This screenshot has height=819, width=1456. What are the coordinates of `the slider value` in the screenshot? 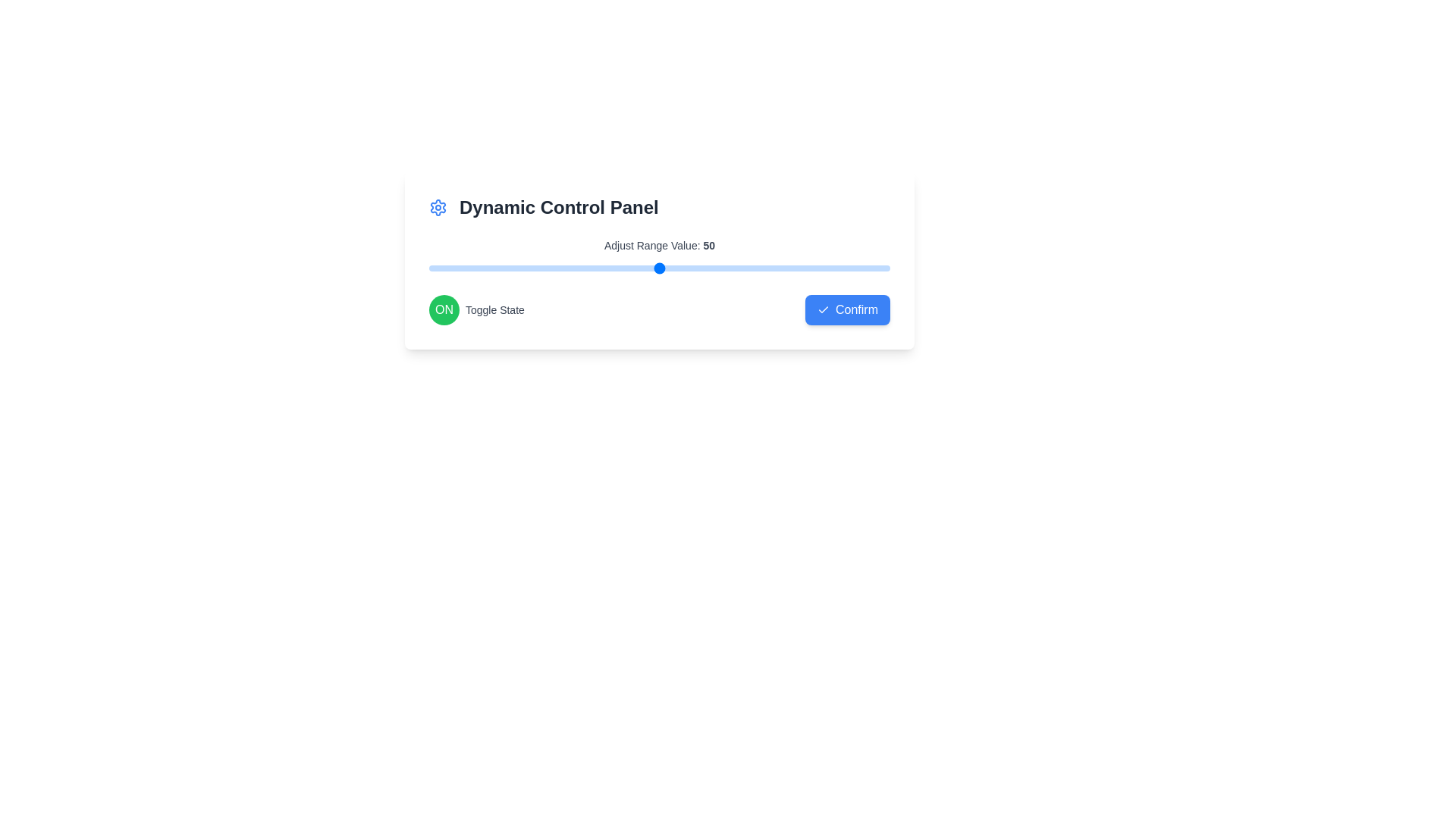 It's located at (530, 268).